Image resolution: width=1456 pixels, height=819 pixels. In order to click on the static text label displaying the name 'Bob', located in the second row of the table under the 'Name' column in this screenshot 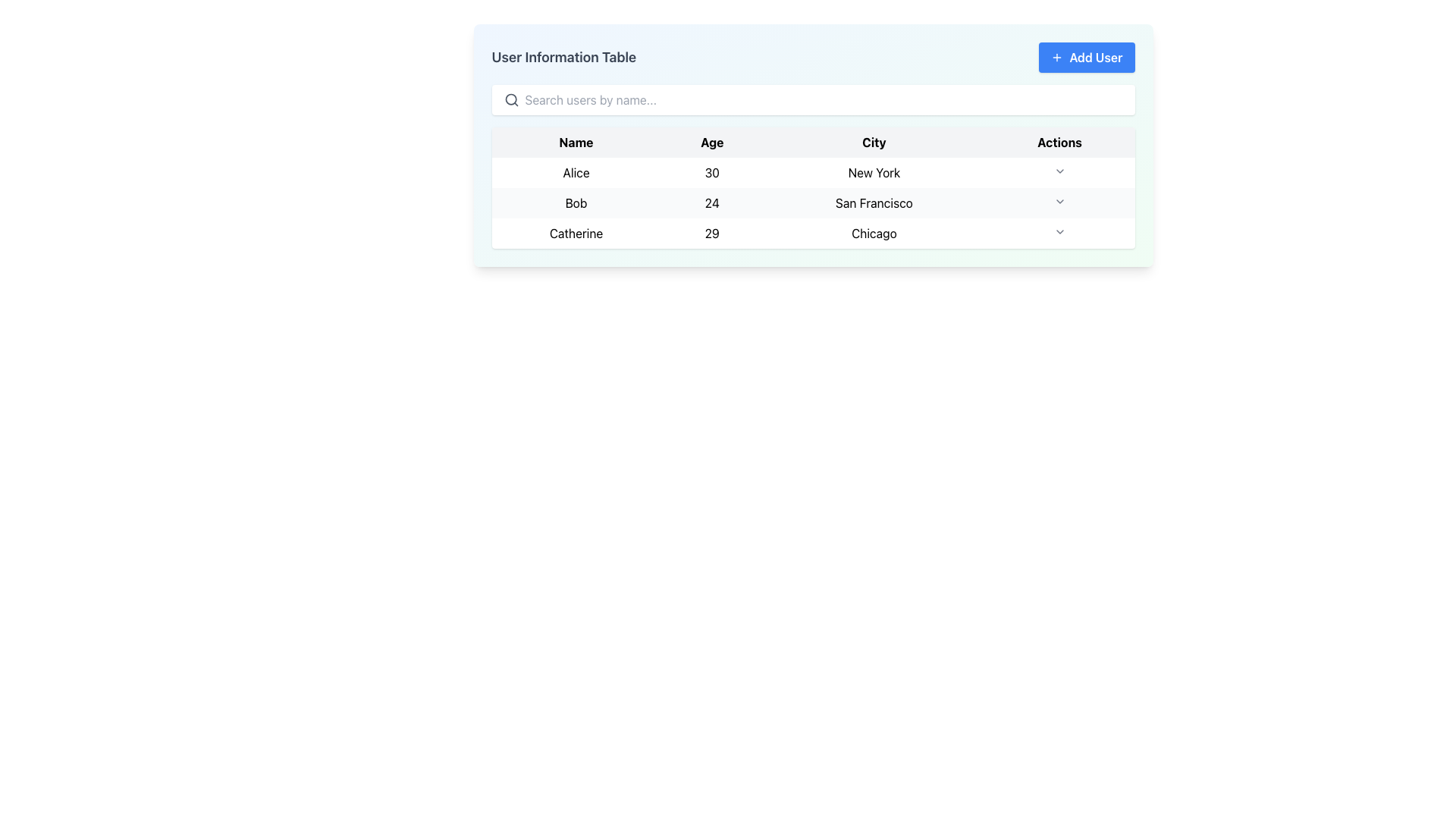, I will do `click(575, 202)`.